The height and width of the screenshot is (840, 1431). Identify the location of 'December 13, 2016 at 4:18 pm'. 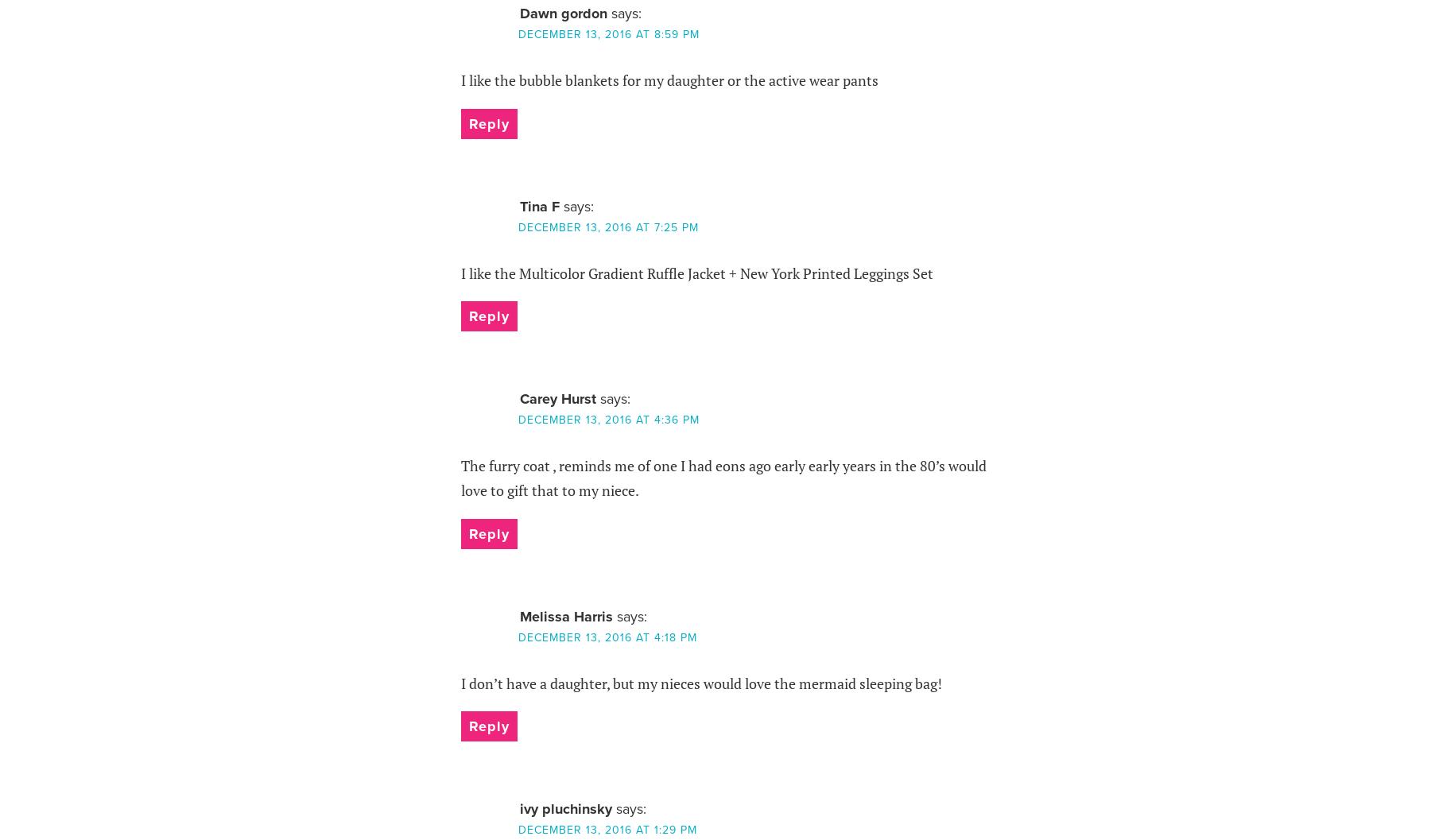
(518, 637).